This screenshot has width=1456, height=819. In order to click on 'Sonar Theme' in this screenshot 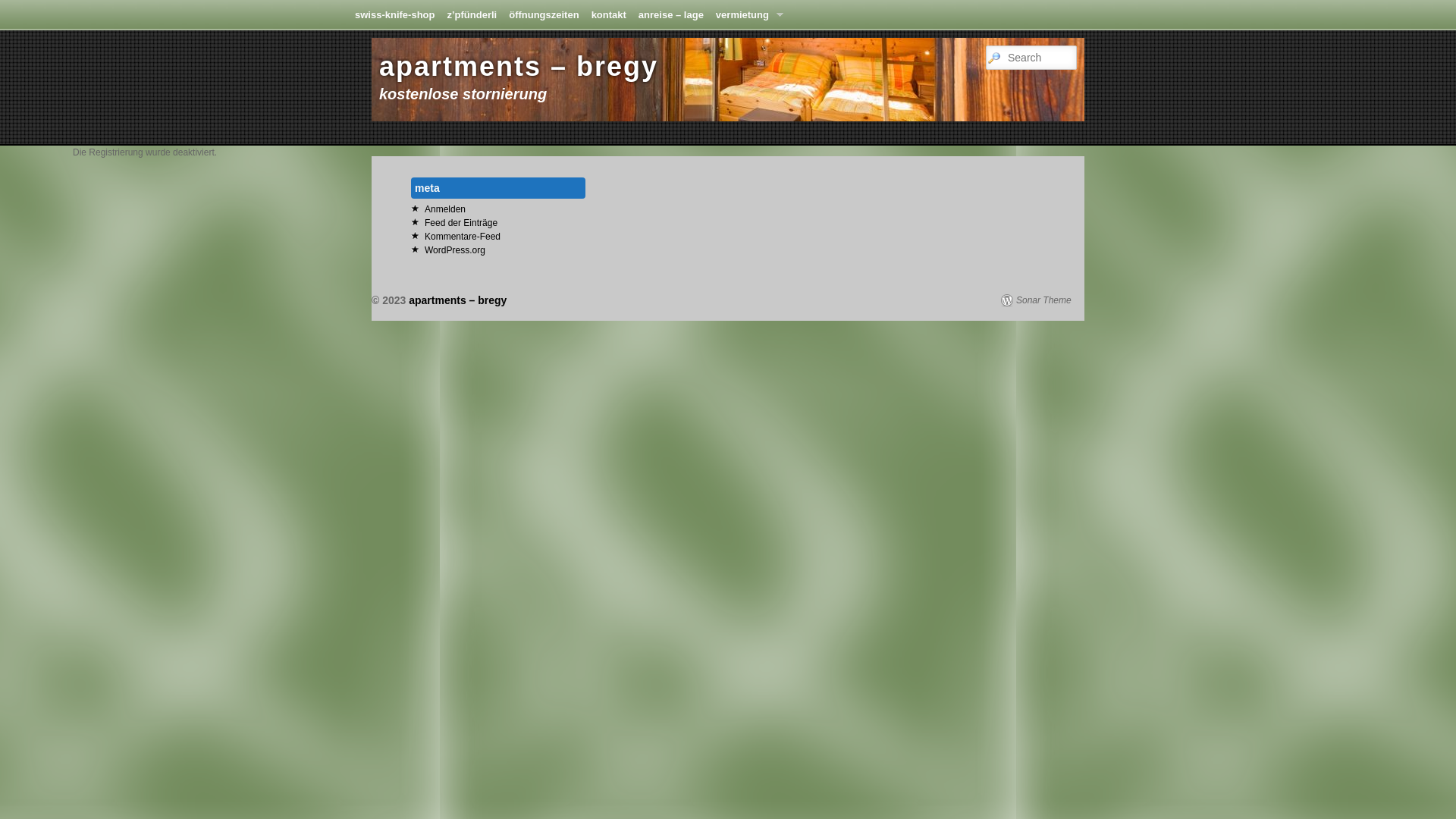, I will do `click(1001, 300)`.